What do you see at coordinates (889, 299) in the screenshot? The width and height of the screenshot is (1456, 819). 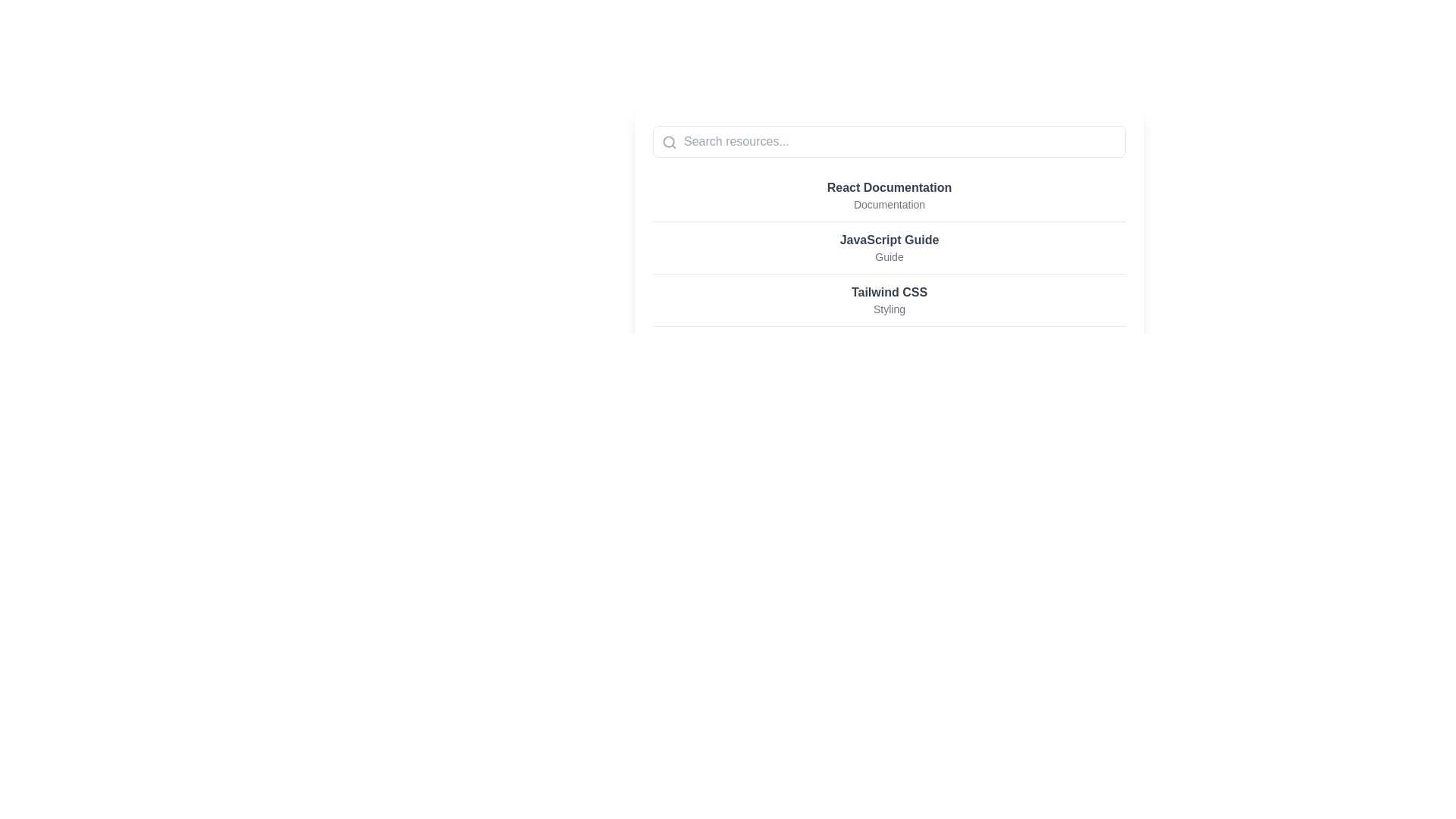 I see `the third list item which displays 'Tailwind CSS' in bold dark gray and 'Styling' in lighter gray` at bounding box center [889, 299].